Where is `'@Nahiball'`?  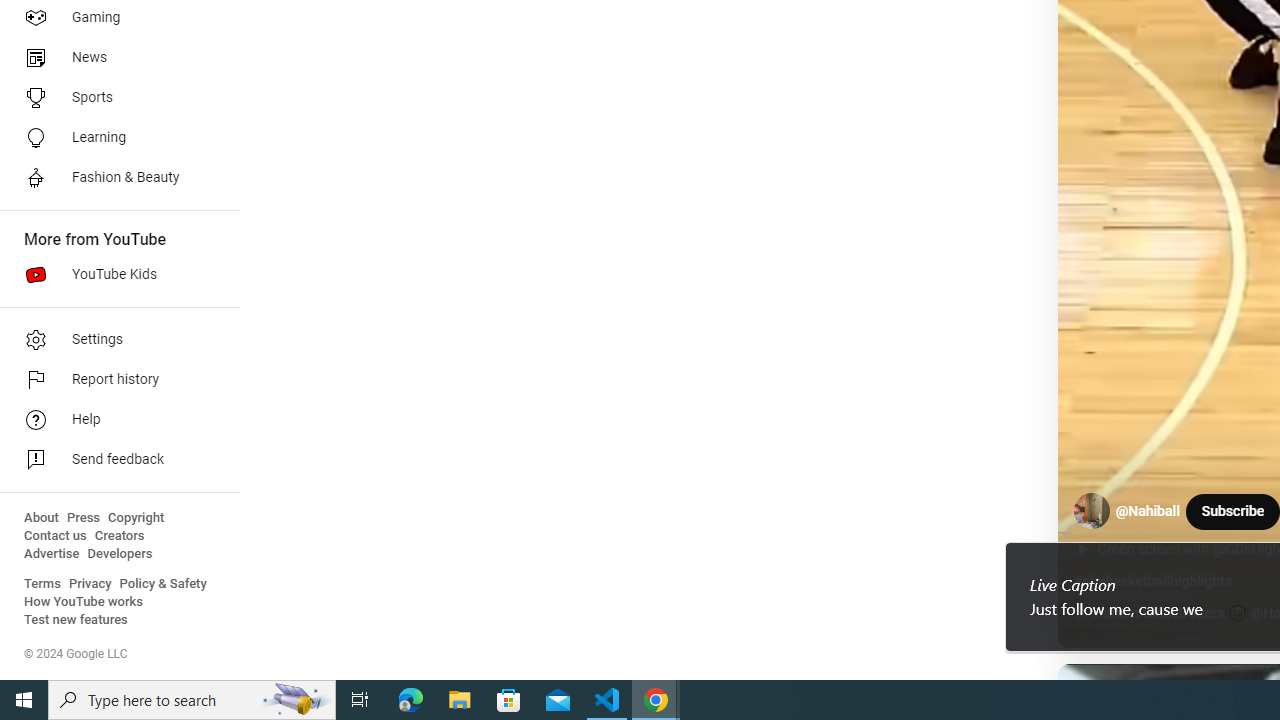 '@Nahiball' is located at coordinates (1148, 510).